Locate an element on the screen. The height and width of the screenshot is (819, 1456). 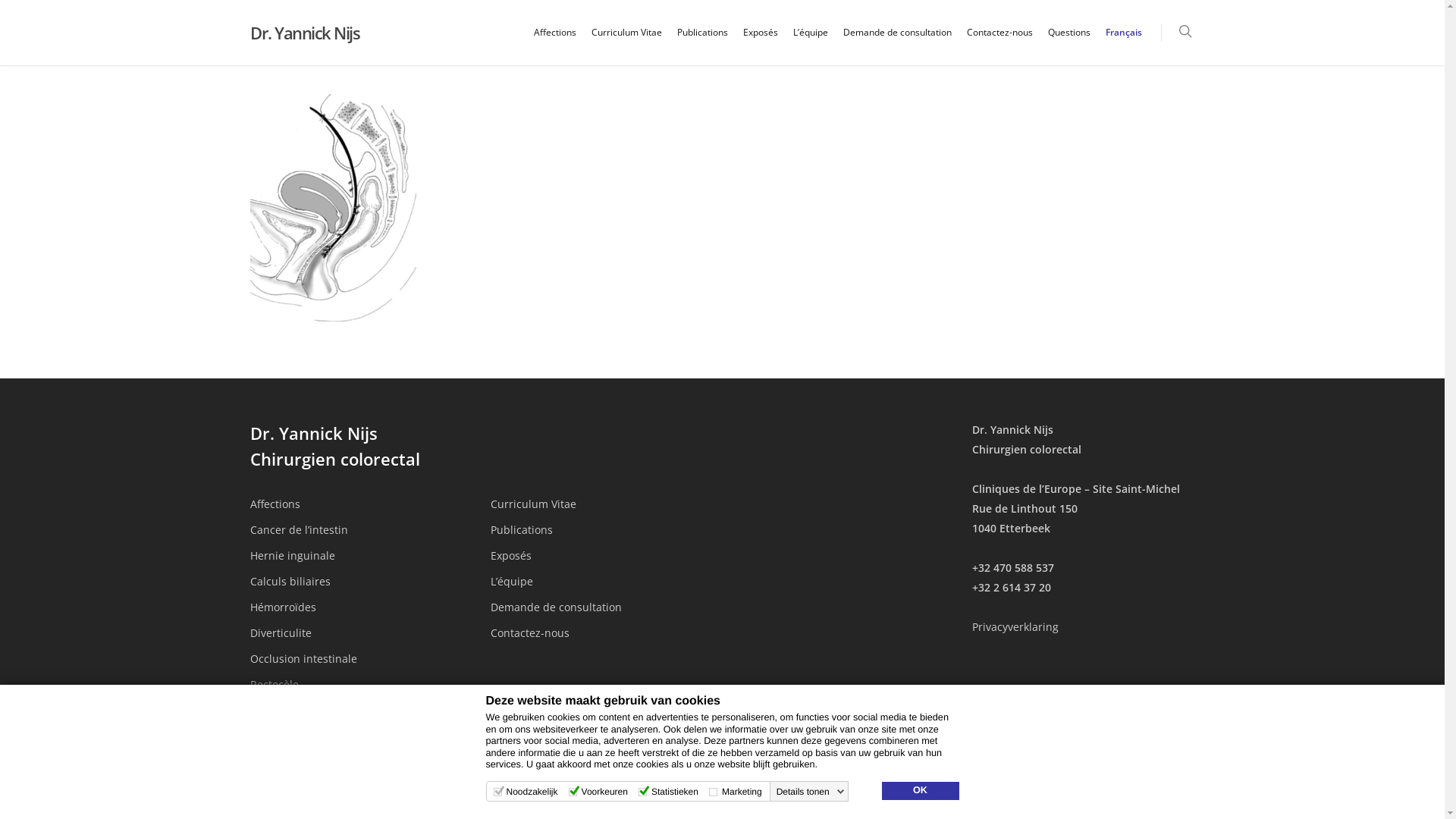
'Demande de consultation' is located at coordinates (601, 607).